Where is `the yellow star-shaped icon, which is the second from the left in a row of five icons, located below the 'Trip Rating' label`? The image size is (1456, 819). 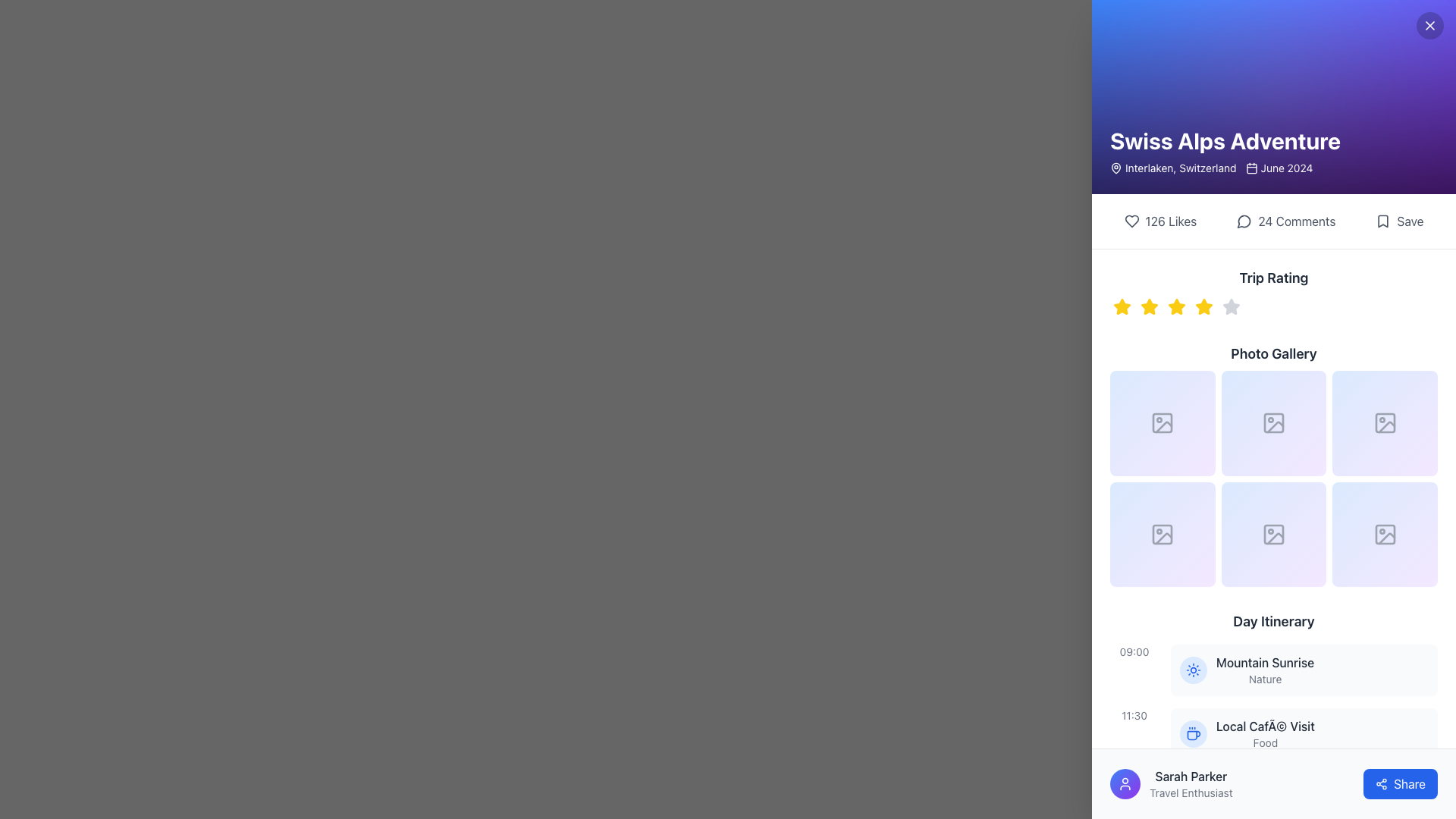 the yellow star-shaped icon, which is the second from the left in a row of five icons, located below the 'Trip Rating' label is located at coordinates (1150, 307).